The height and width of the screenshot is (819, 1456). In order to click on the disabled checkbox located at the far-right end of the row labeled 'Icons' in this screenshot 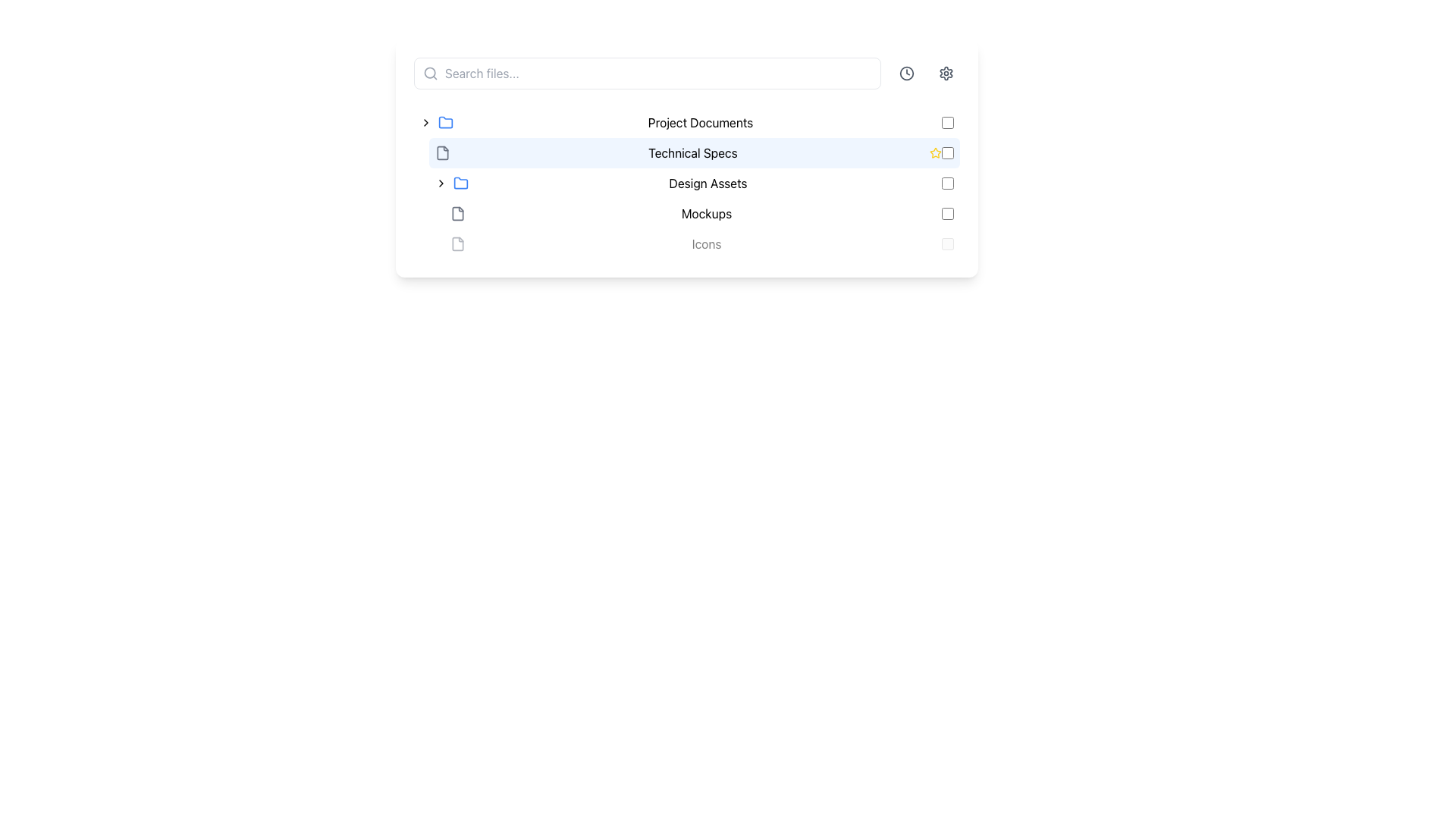, I will do `click(946, 243)`.